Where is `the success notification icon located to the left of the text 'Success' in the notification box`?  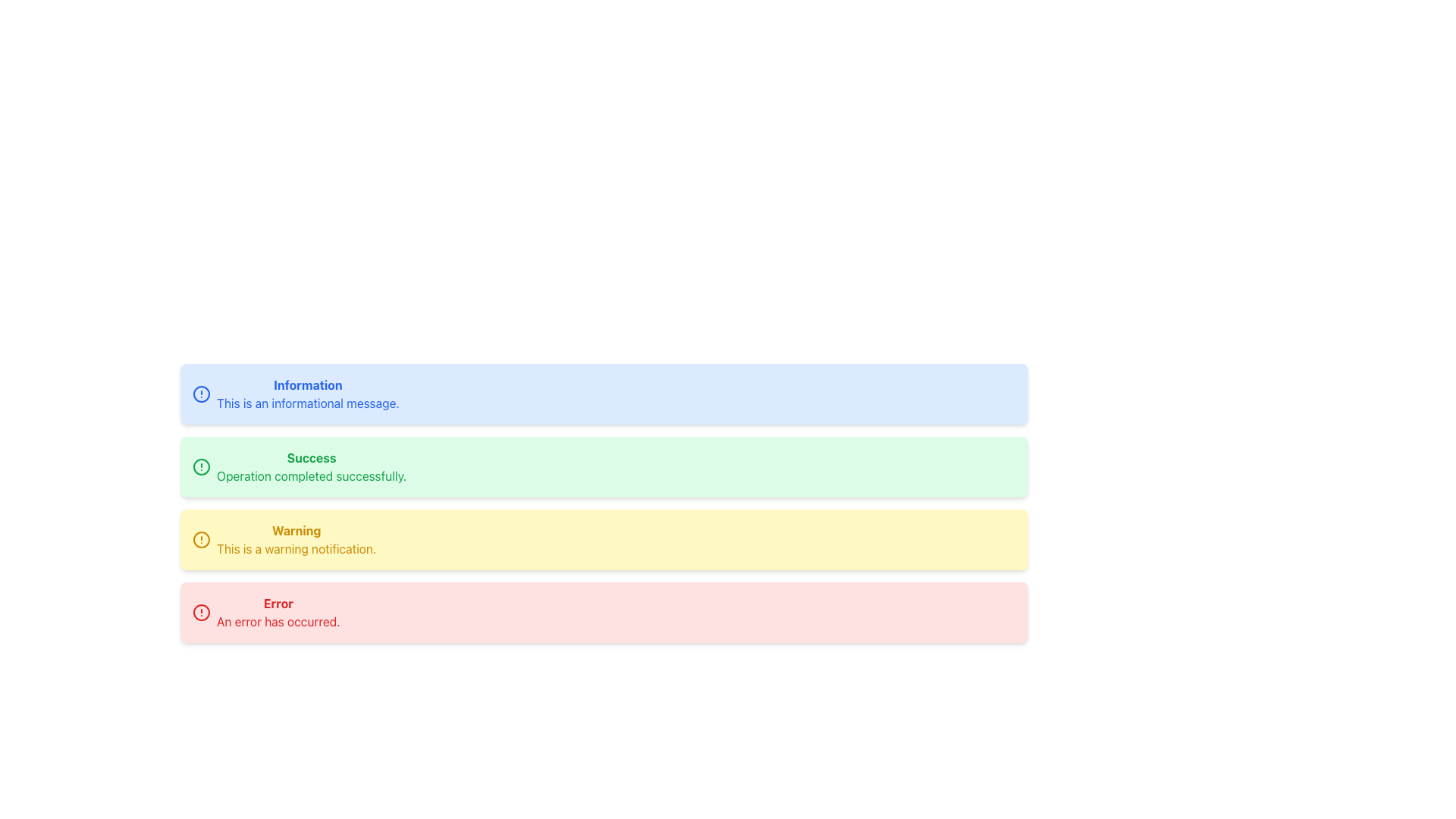 the success notification icon located to the left of the text 'Success' in the notification box is located at coordinates (200, 466).